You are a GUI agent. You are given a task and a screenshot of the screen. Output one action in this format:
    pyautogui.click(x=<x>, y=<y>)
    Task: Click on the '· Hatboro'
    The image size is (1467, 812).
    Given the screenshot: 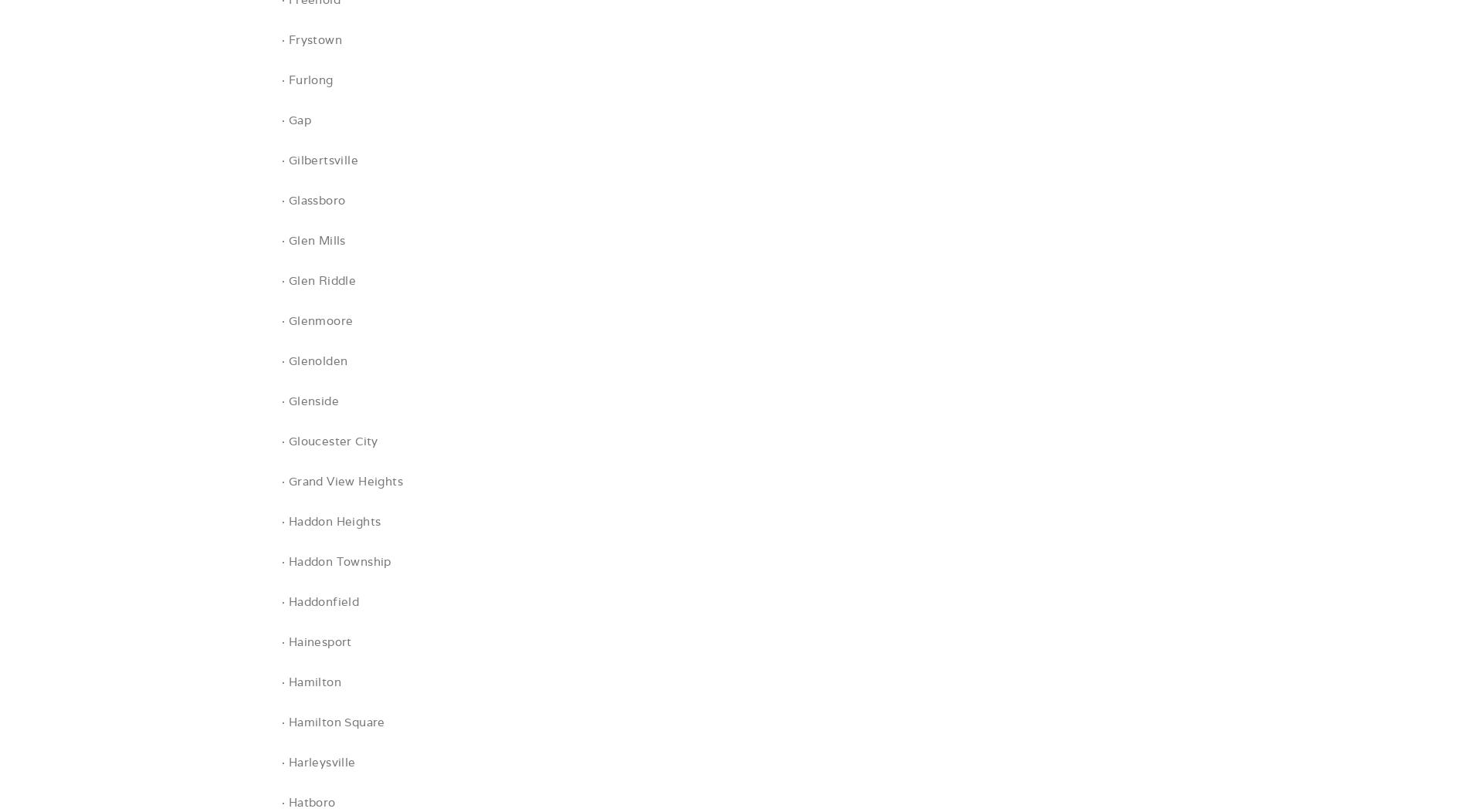 What is the action you would take?
    pyautogui.click(x=307, y=801)
    